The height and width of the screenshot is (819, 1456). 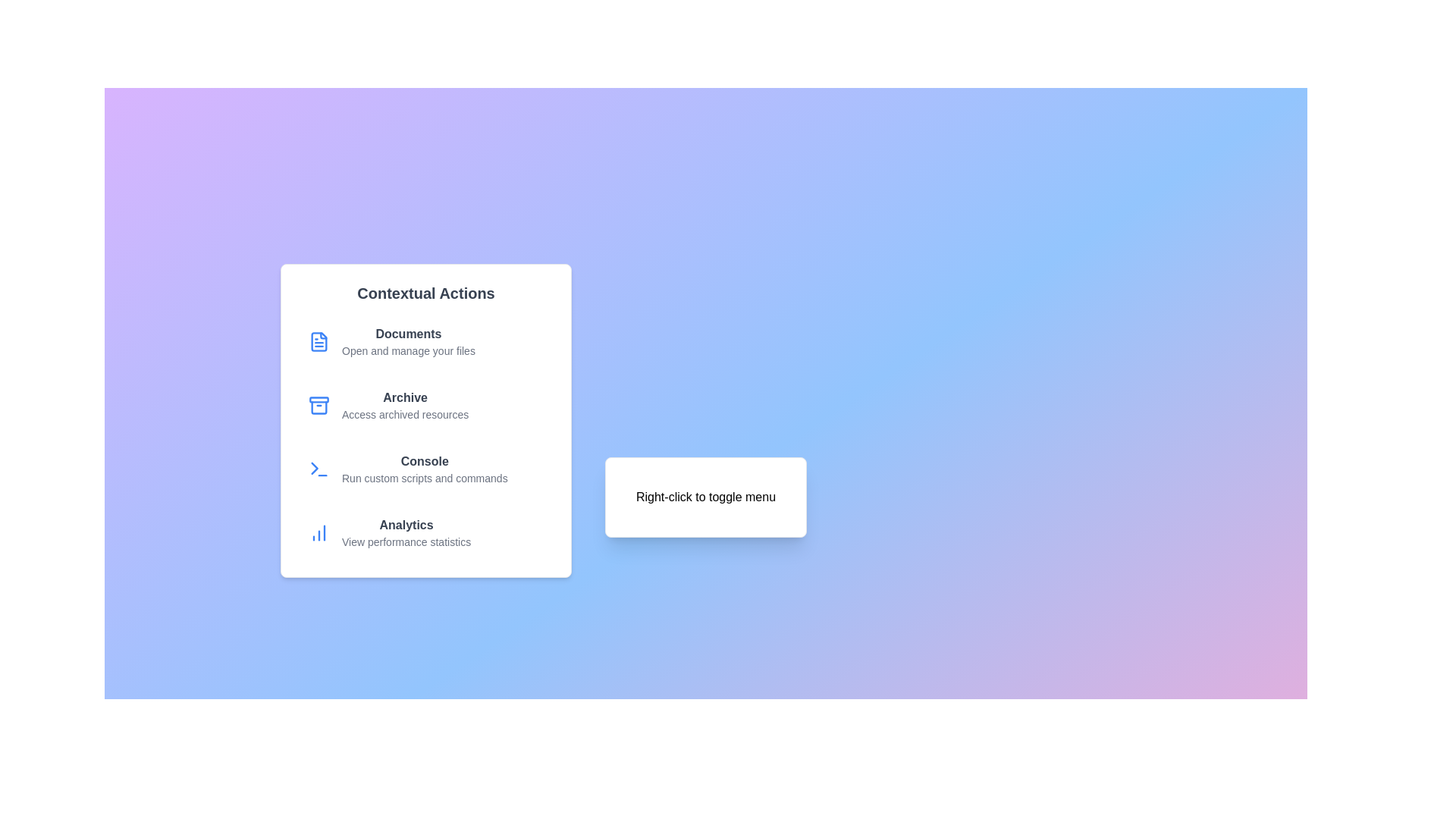 I want to click on the menu option Documents to view its hover effect, so click(x=425, y=342).